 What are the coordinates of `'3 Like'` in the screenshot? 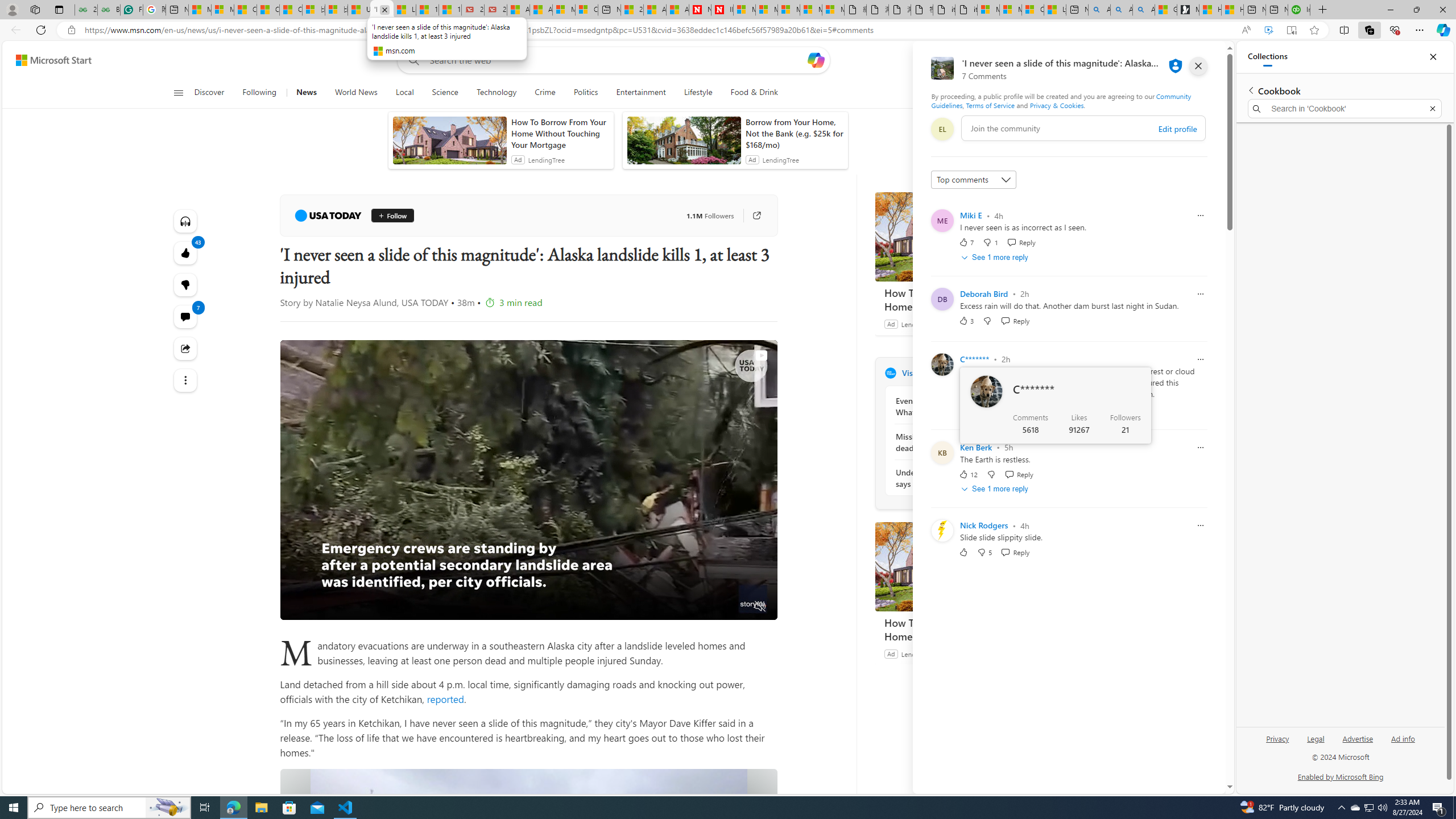 It's located at (965, 320).